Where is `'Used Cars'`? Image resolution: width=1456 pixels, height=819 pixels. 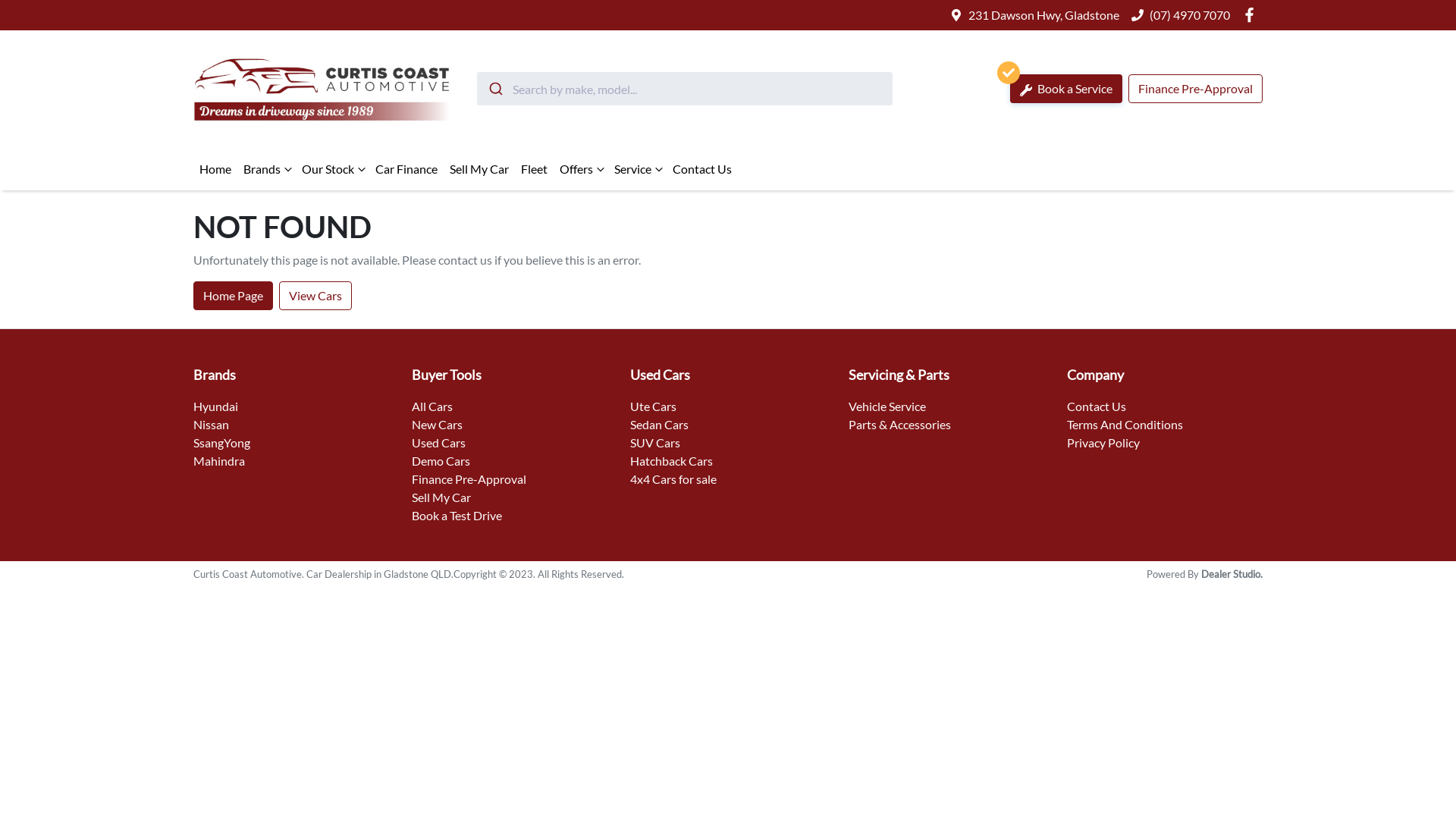
'Used Cars' is located at coordinates (438, 442).